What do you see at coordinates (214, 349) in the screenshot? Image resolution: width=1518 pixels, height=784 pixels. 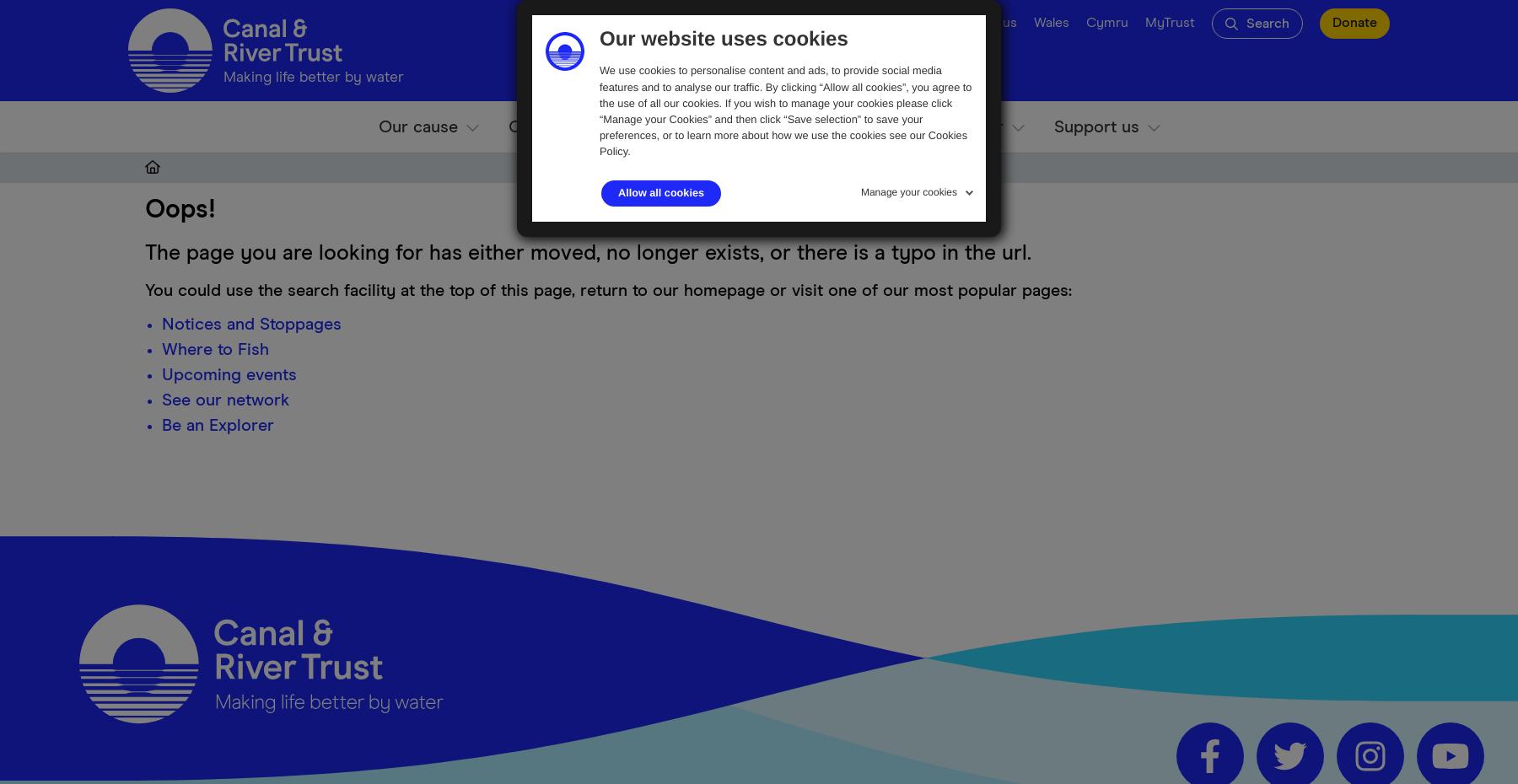 I see `'Where to Fish'` at bounding box center [214, 349].